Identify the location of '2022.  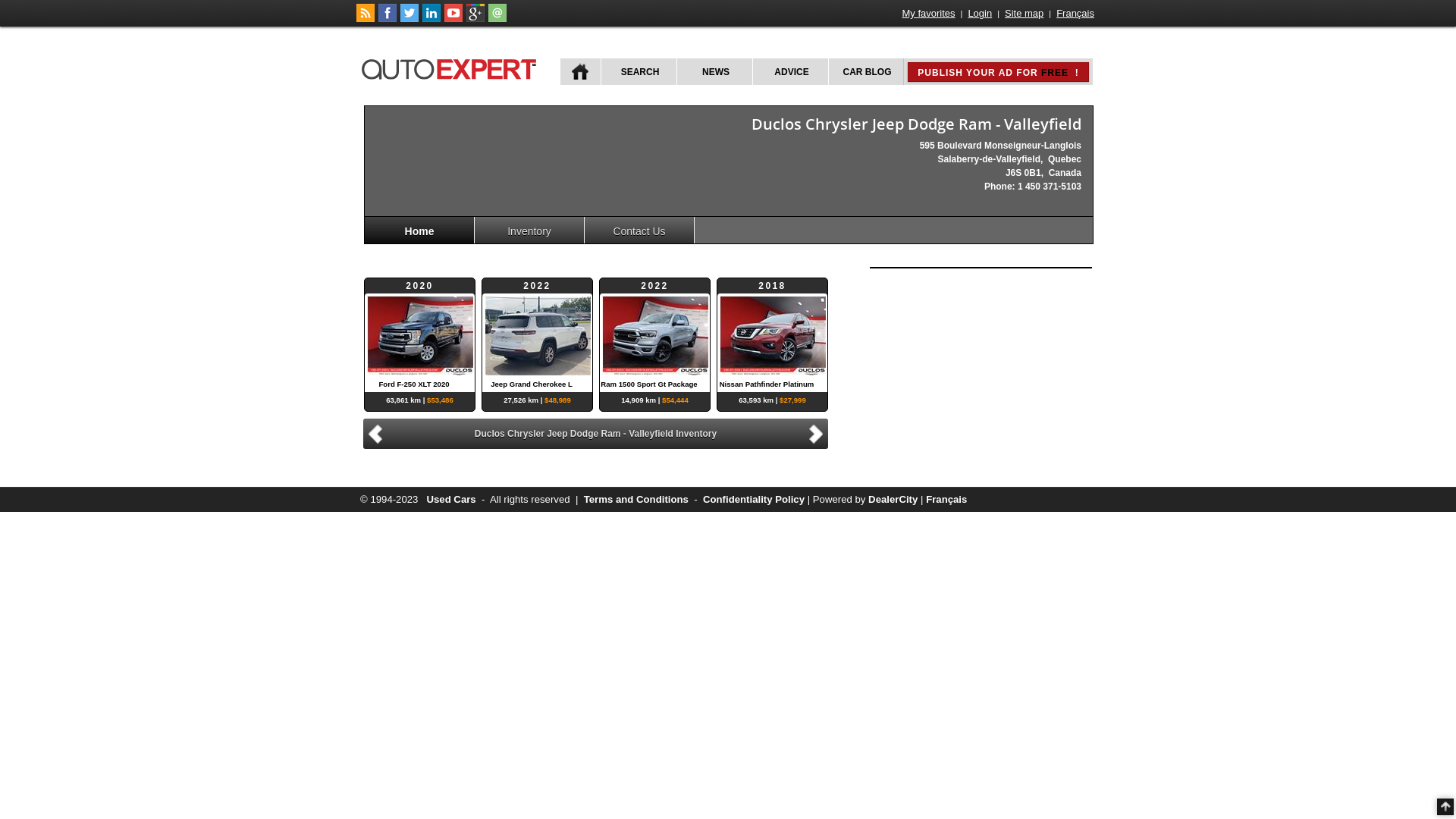
(537, 334).